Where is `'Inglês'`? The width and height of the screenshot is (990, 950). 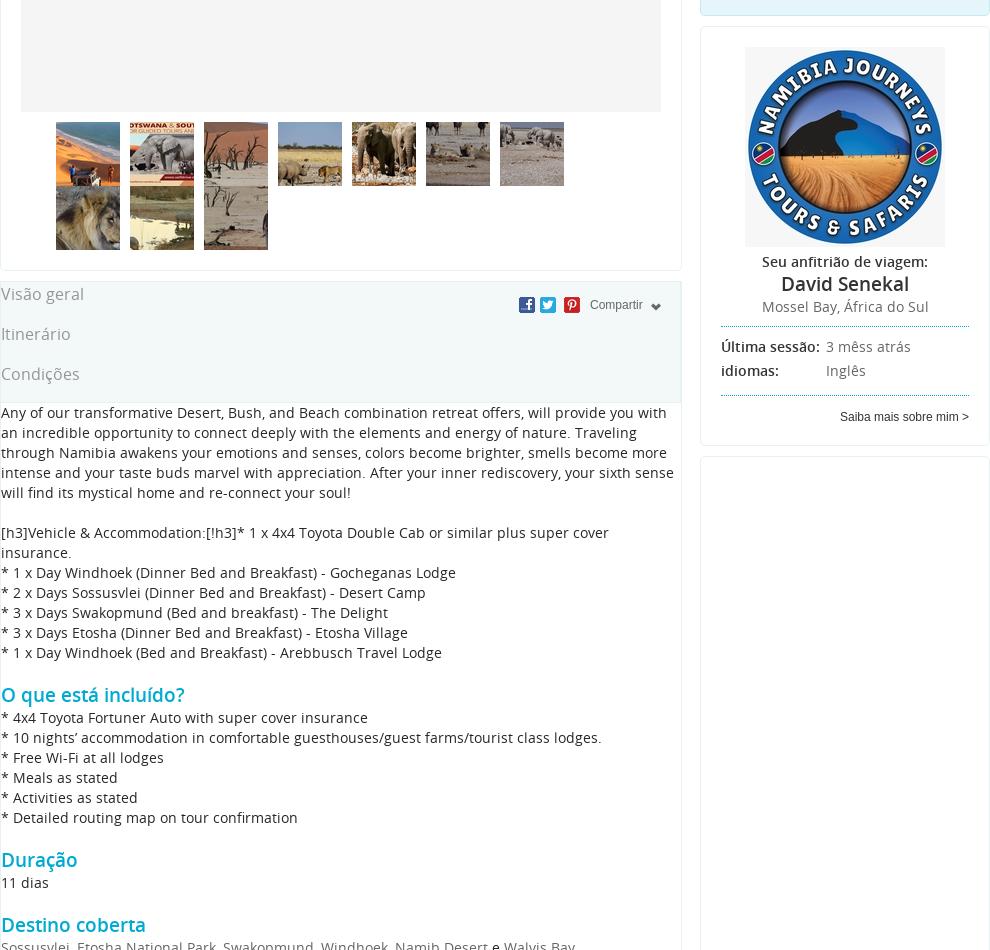
'Inglês' is located at coordinates (845, 369).